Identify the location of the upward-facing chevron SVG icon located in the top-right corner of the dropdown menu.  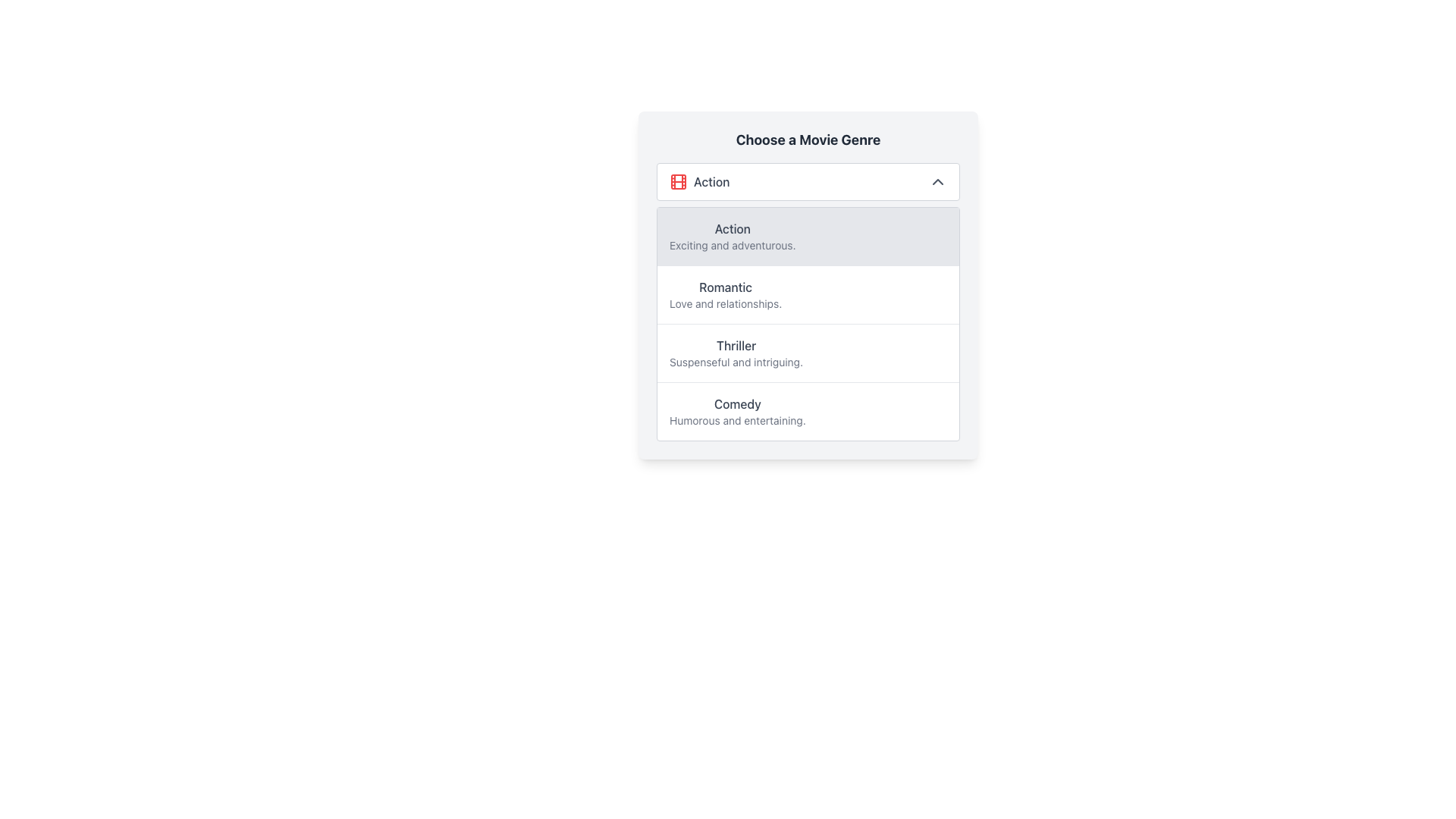
(937, 180).